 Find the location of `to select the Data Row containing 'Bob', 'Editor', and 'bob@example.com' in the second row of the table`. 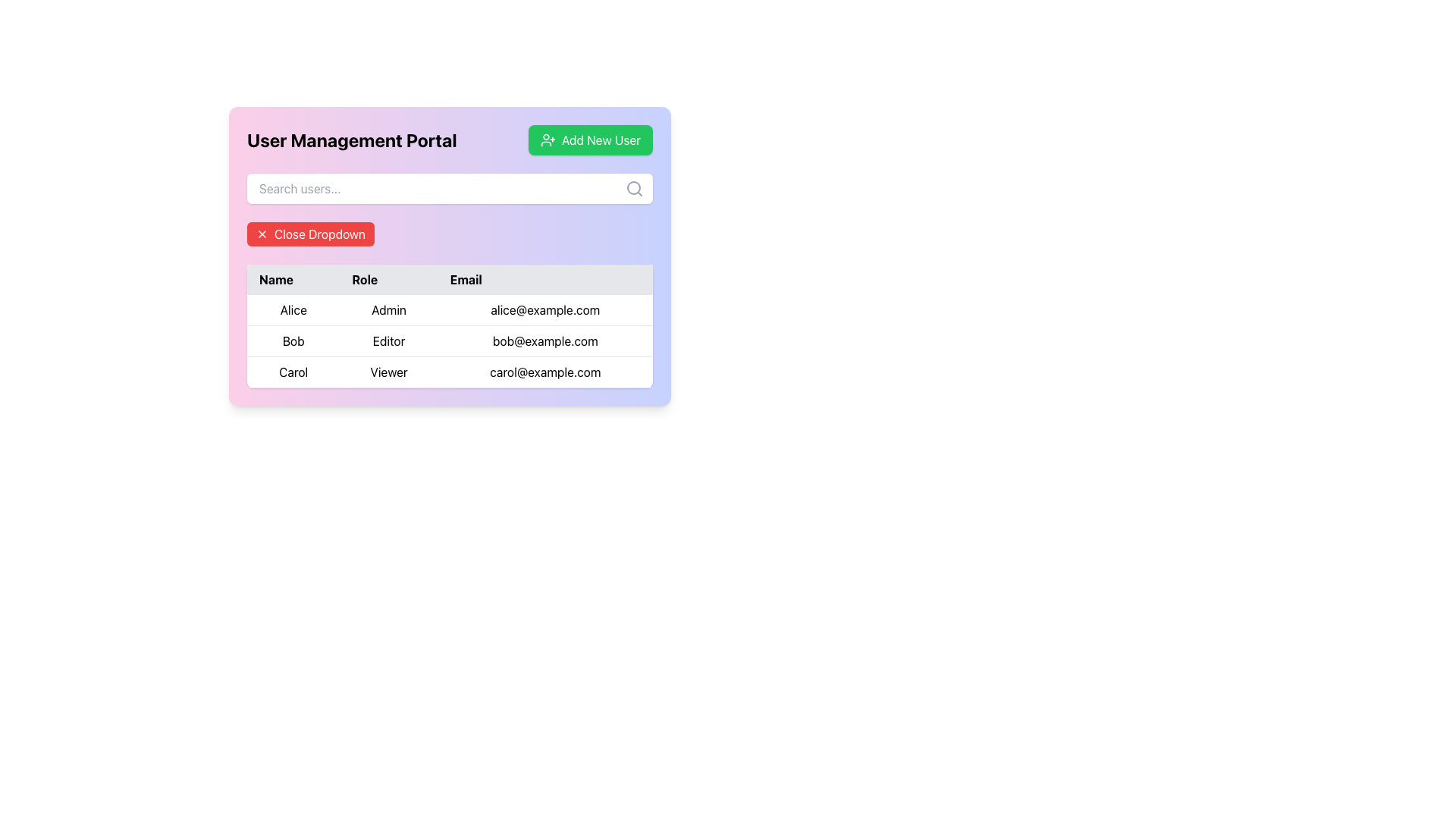

to select the Data Row containing 'Bob', 'Editor', and 'bob@example.com' in the second row of the table is located at coordinates (449, 341).